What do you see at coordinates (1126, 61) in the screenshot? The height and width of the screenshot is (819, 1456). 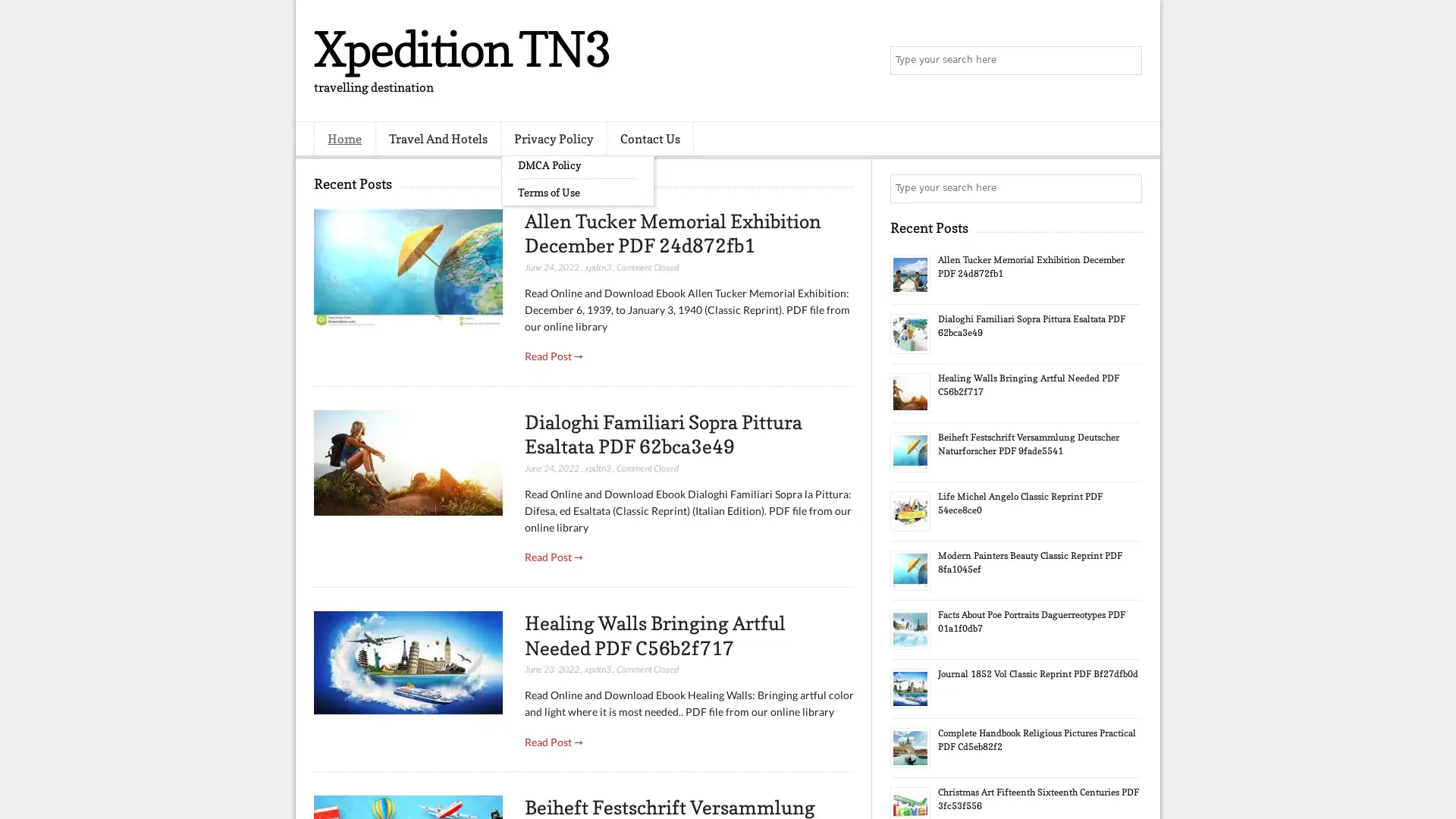 I see `Search` at bounding box center [1126, 61].